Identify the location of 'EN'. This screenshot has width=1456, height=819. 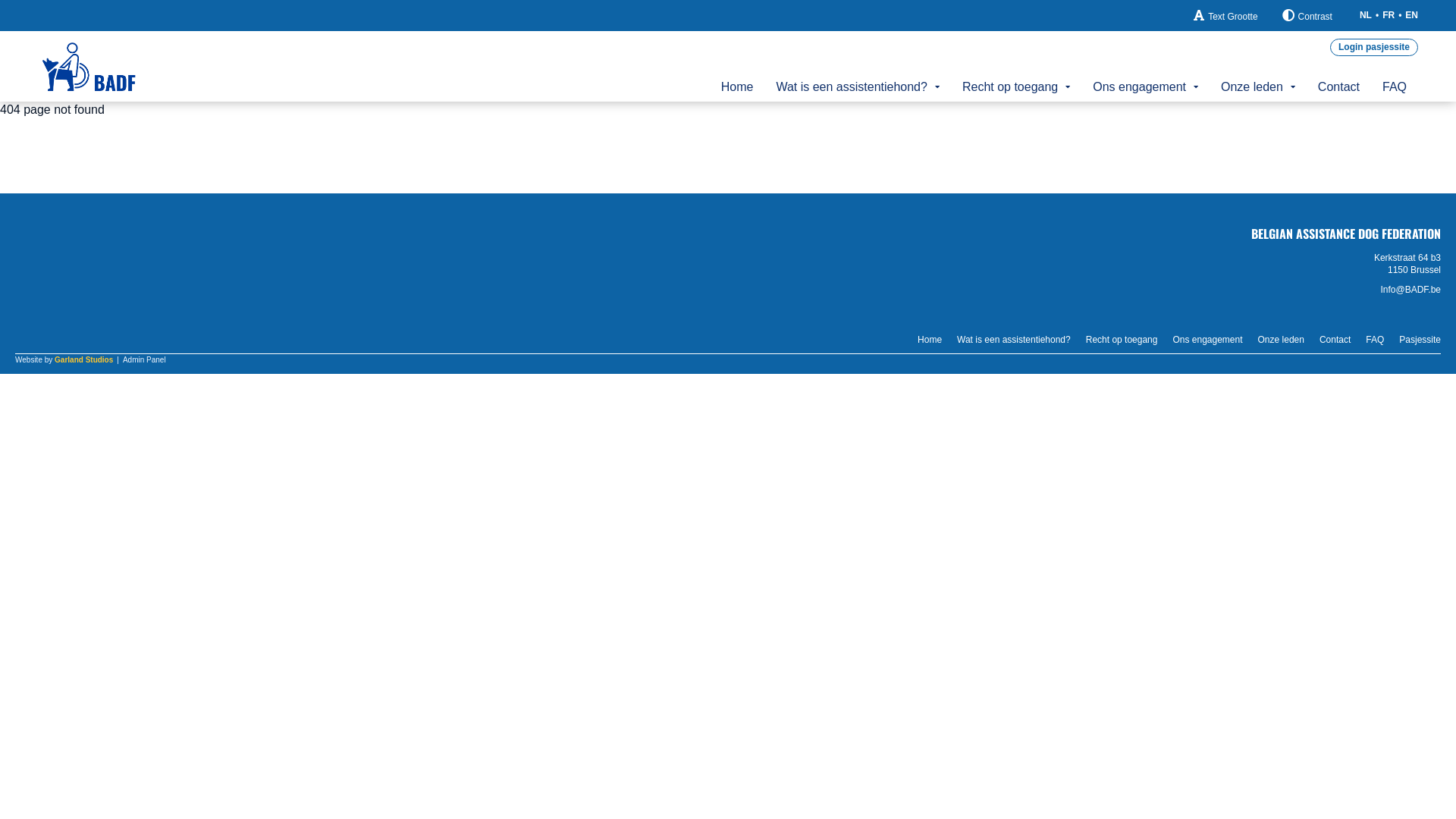
(1410, 14).